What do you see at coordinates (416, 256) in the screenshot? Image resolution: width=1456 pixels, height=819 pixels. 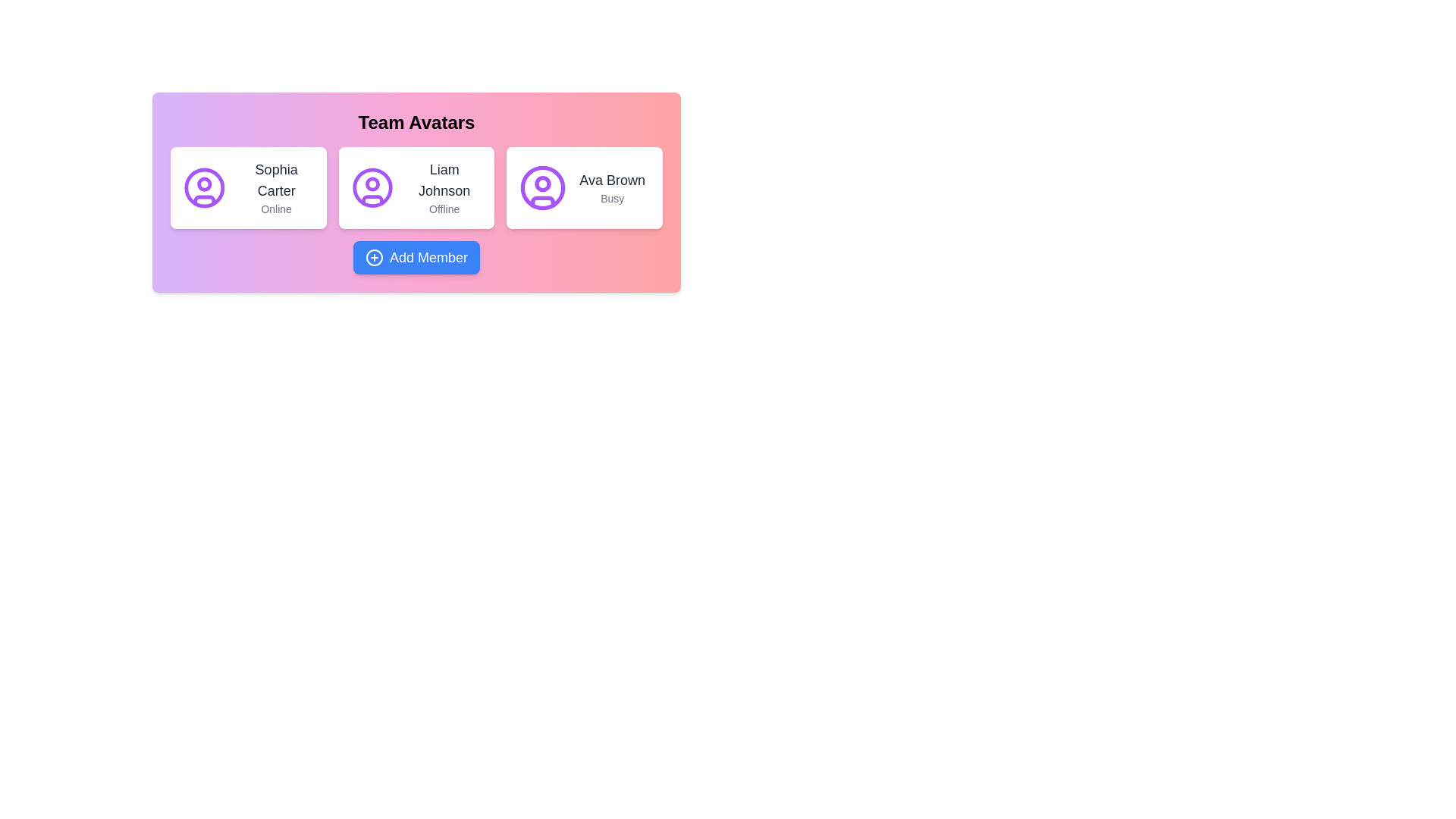 I see `the blue button labeled 'Add Member' with rounded corners and a plus sign icon to change its background to a darker blue` at bounding box center [416, 256].